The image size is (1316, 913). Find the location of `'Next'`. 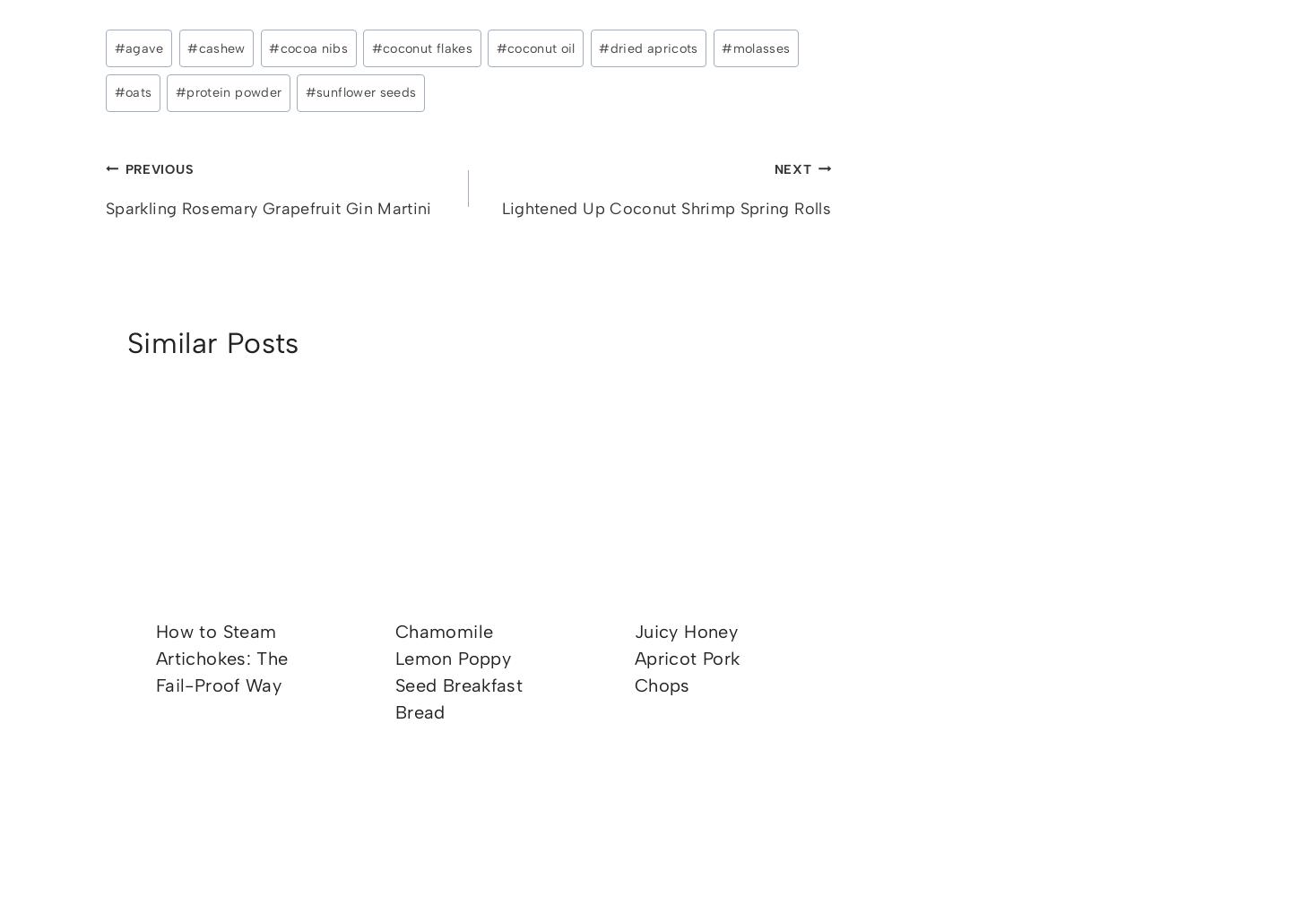

'Next' is located at coordinates (792, 168).